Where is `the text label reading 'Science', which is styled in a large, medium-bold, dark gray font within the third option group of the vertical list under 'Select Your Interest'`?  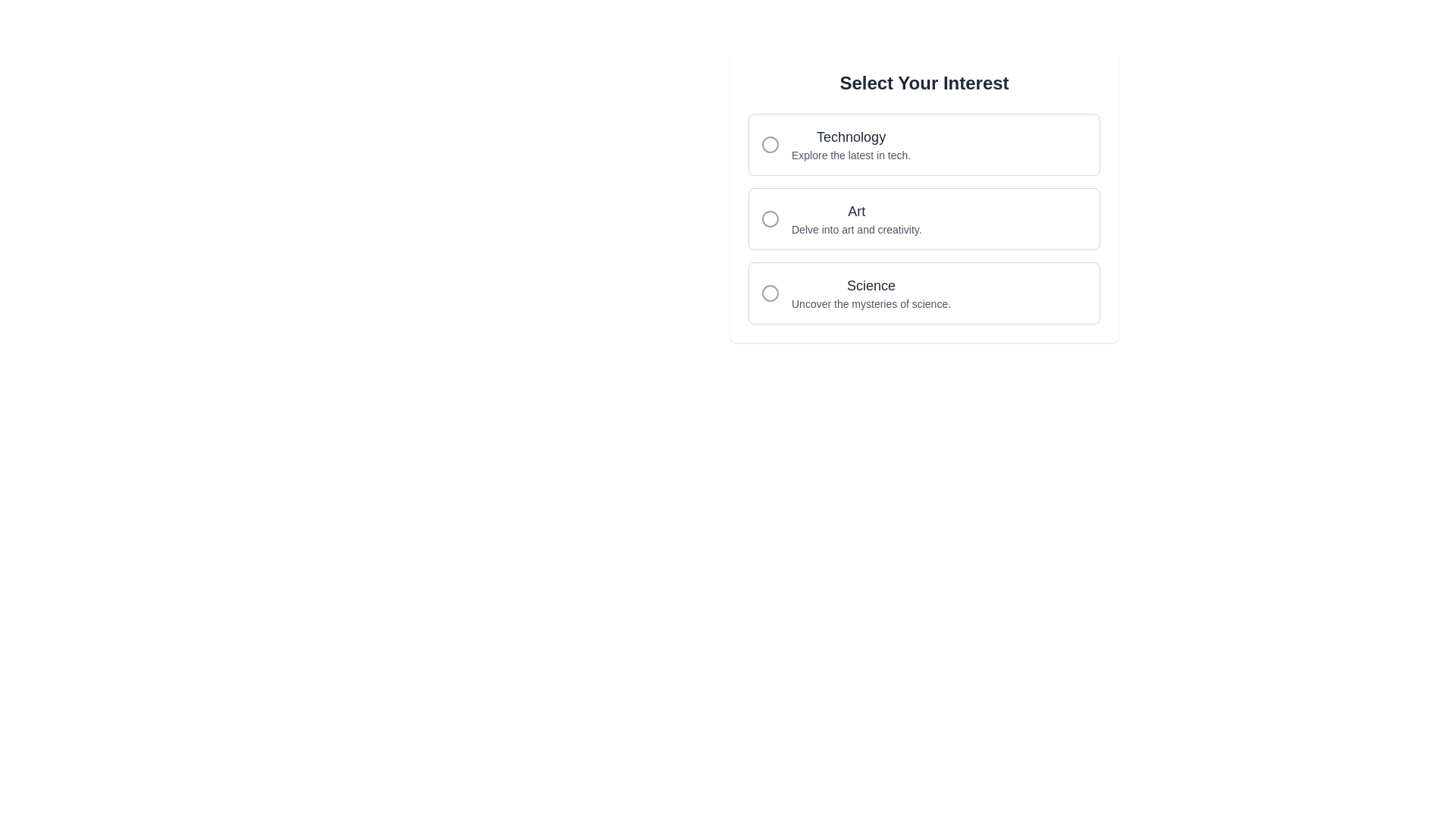
the text label reading 'Science', which is styled in a large, medium-bold, dark gray font within the third option group of the vertical list under 'Select Your Interest' is located at coordinates (871, 286).